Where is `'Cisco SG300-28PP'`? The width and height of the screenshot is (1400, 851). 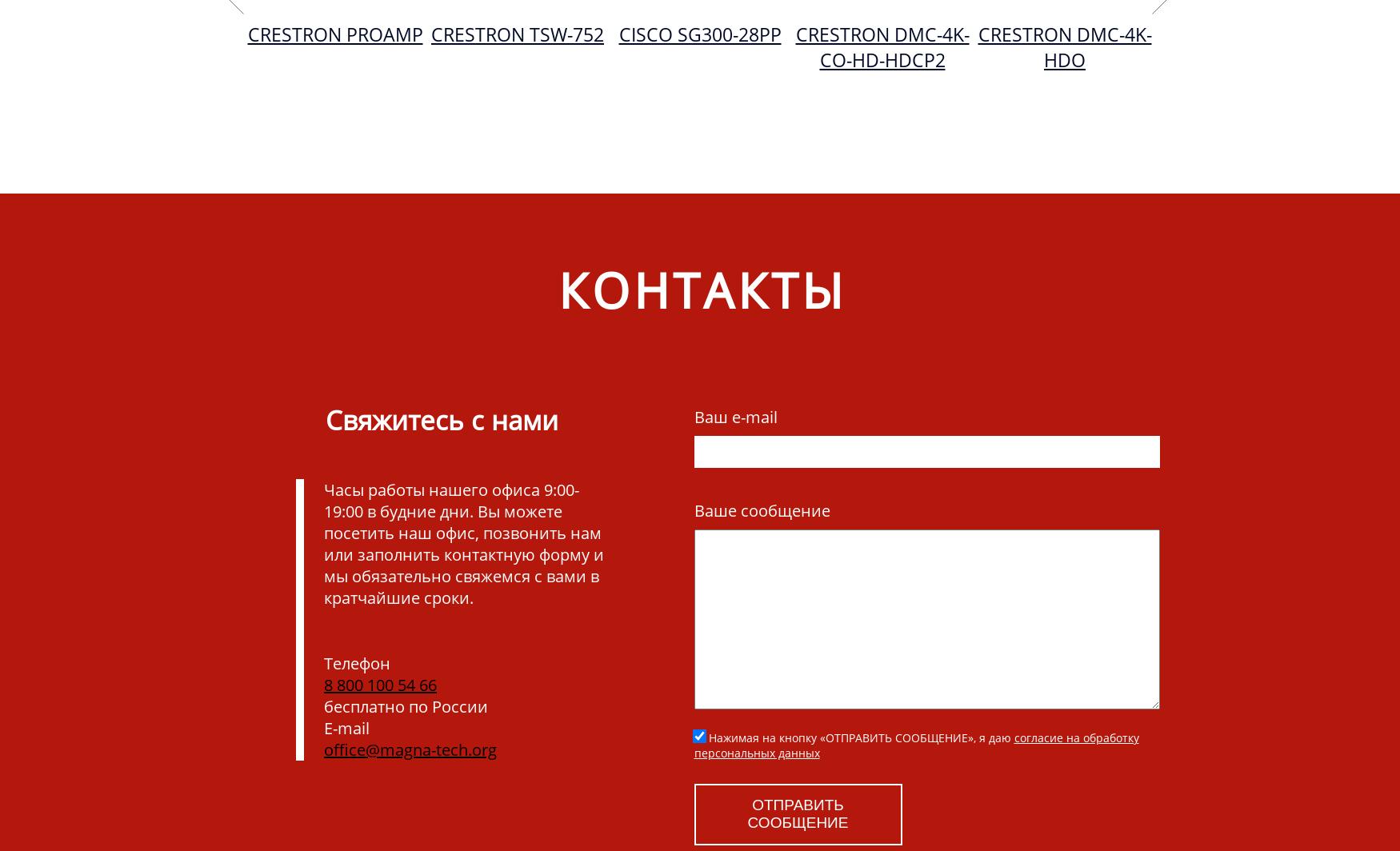
'Cisco SG300-28PP' is located at coordinates (617, 34).